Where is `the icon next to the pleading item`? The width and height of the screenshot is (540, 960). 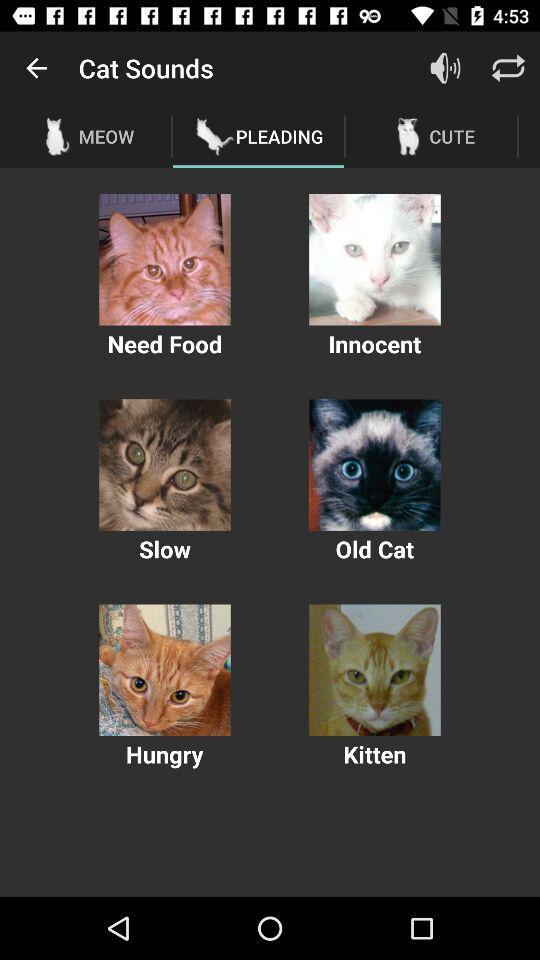 the icon next to the pleading item is located at coordinates (445, 68).